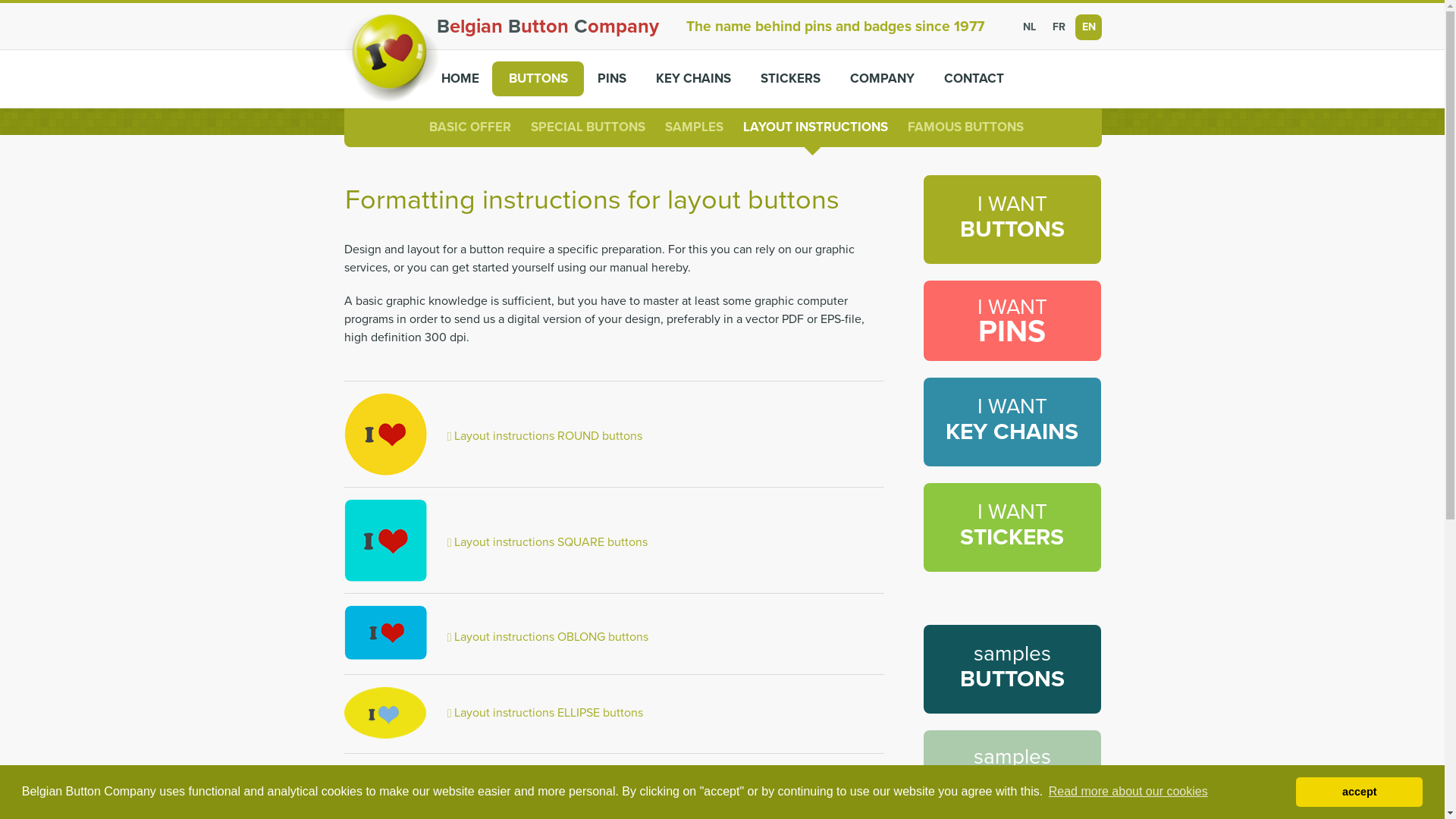 The height and width of the screenshot is (819, 1456). What do you see at coordinates (907, 127) in the screenshot?
I see `'FAMOUS BUTTONS'` at bounding box center [907, 127].